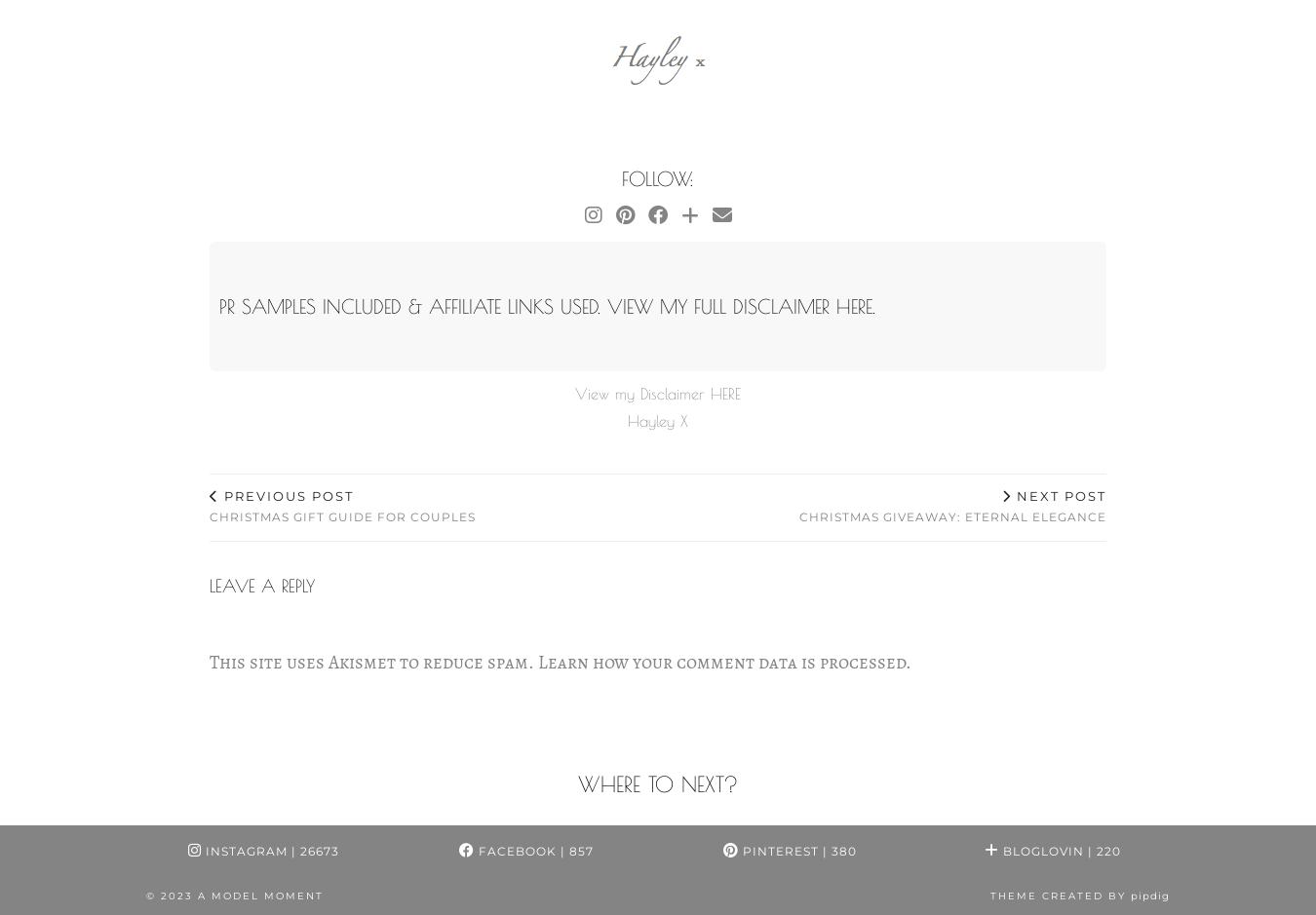  Describe the element at coordinates (219, 494) in the screenshot. I see `'Previous Post'` at that location.